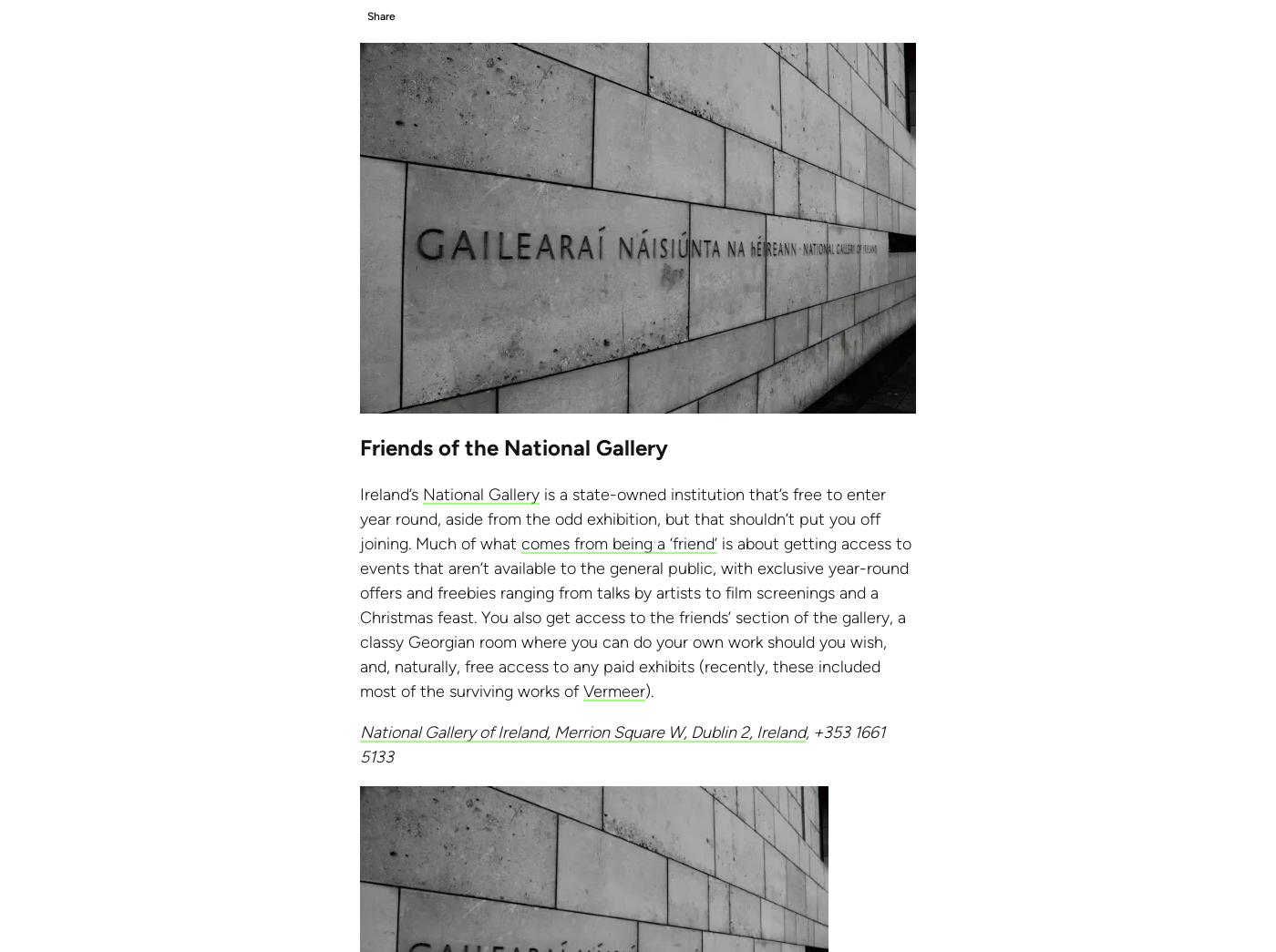 This screenshot has height=952, width=1276. What do you see at coordinates (81, 6) in the screenshot?
I see `'Portugal'` at bounding box center [81, 6].